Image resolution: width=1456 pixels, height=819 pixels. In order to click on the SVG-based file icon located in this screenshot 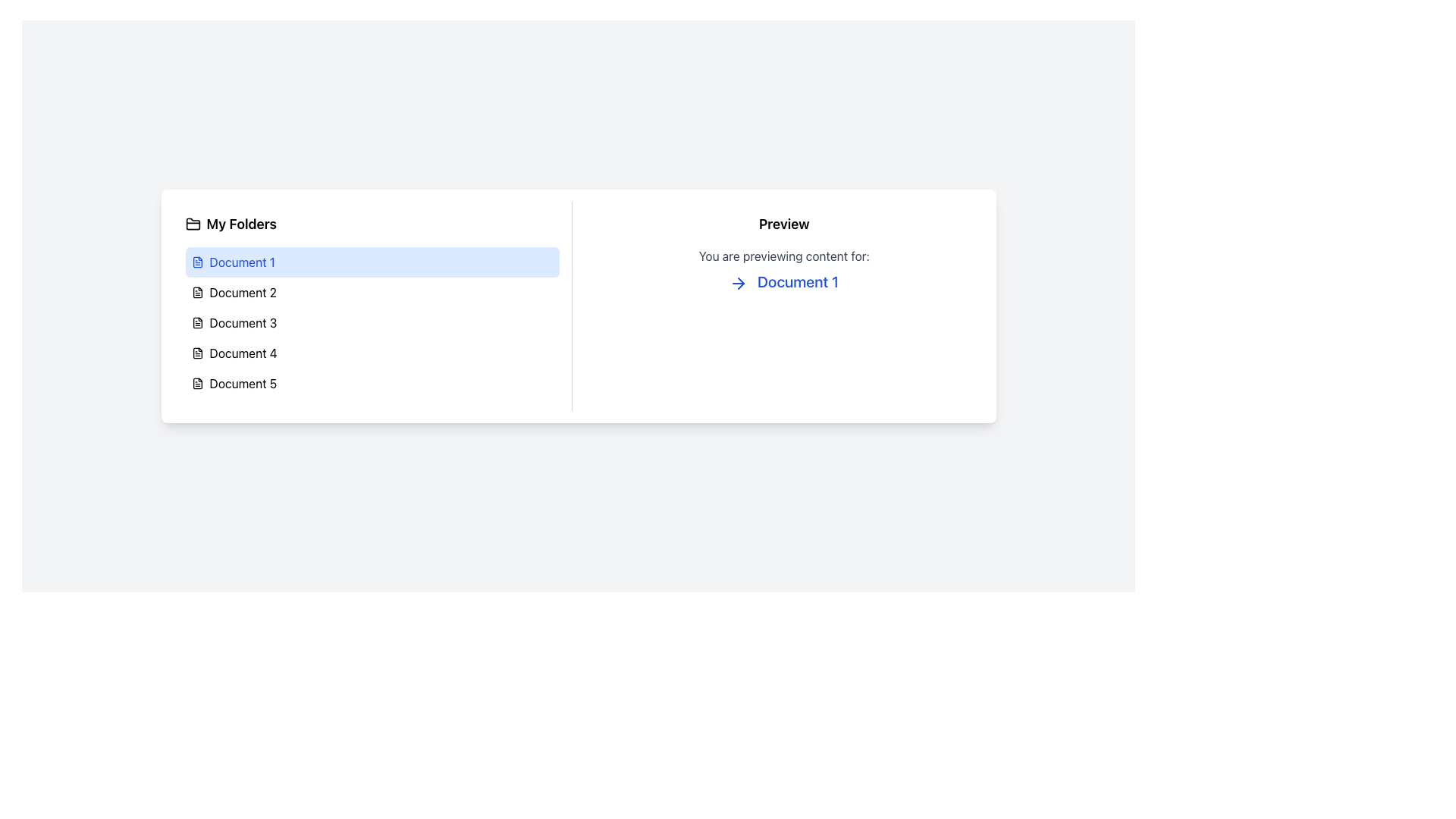, I will do `click(196, 262)`.